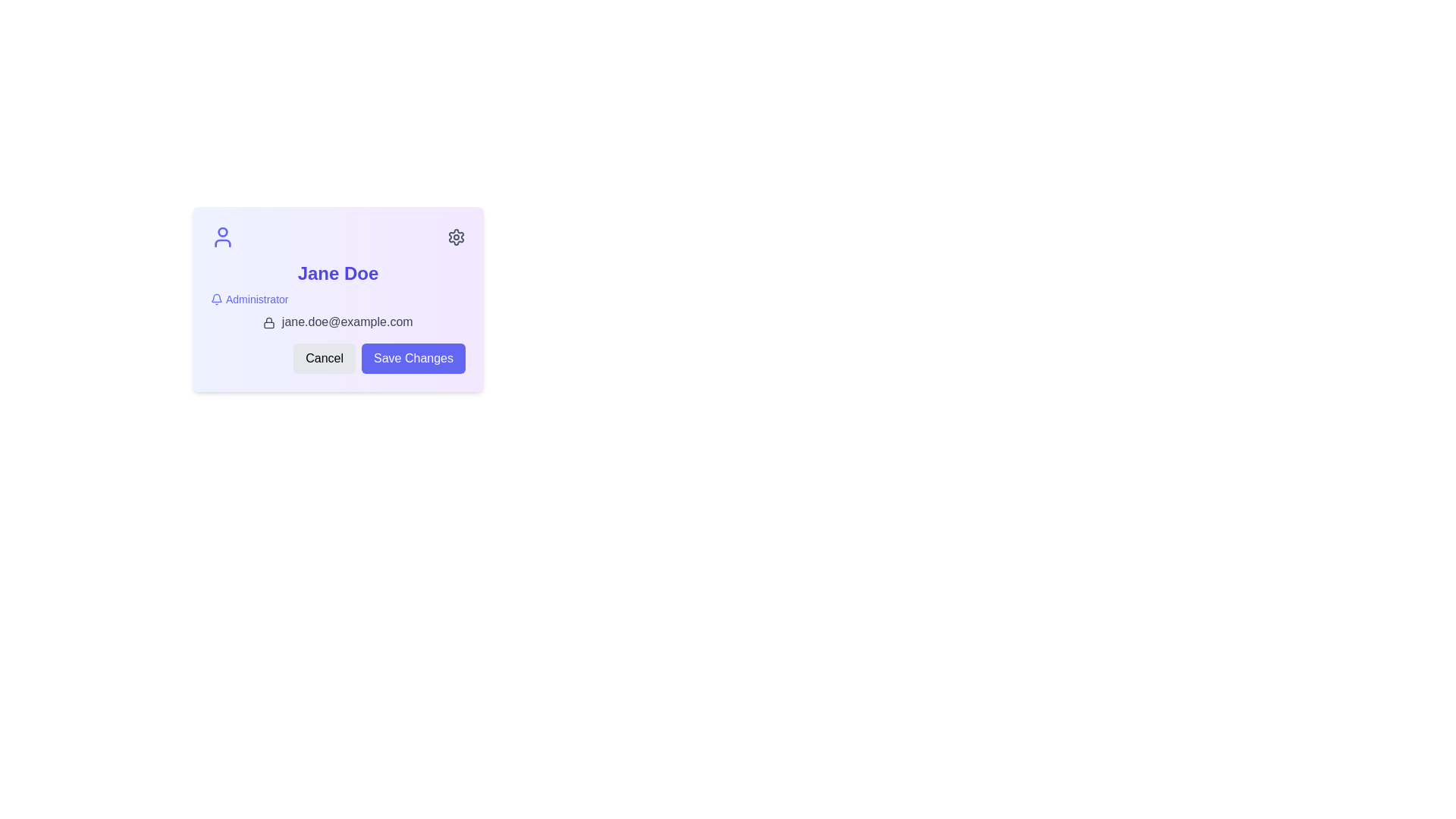 Image resolution: width=1456 pixels, height=819 pixels. I want to click on the SVG circle element that represents the head of the user profile icon in the top-left corner of the card interface, so click(221, 231).